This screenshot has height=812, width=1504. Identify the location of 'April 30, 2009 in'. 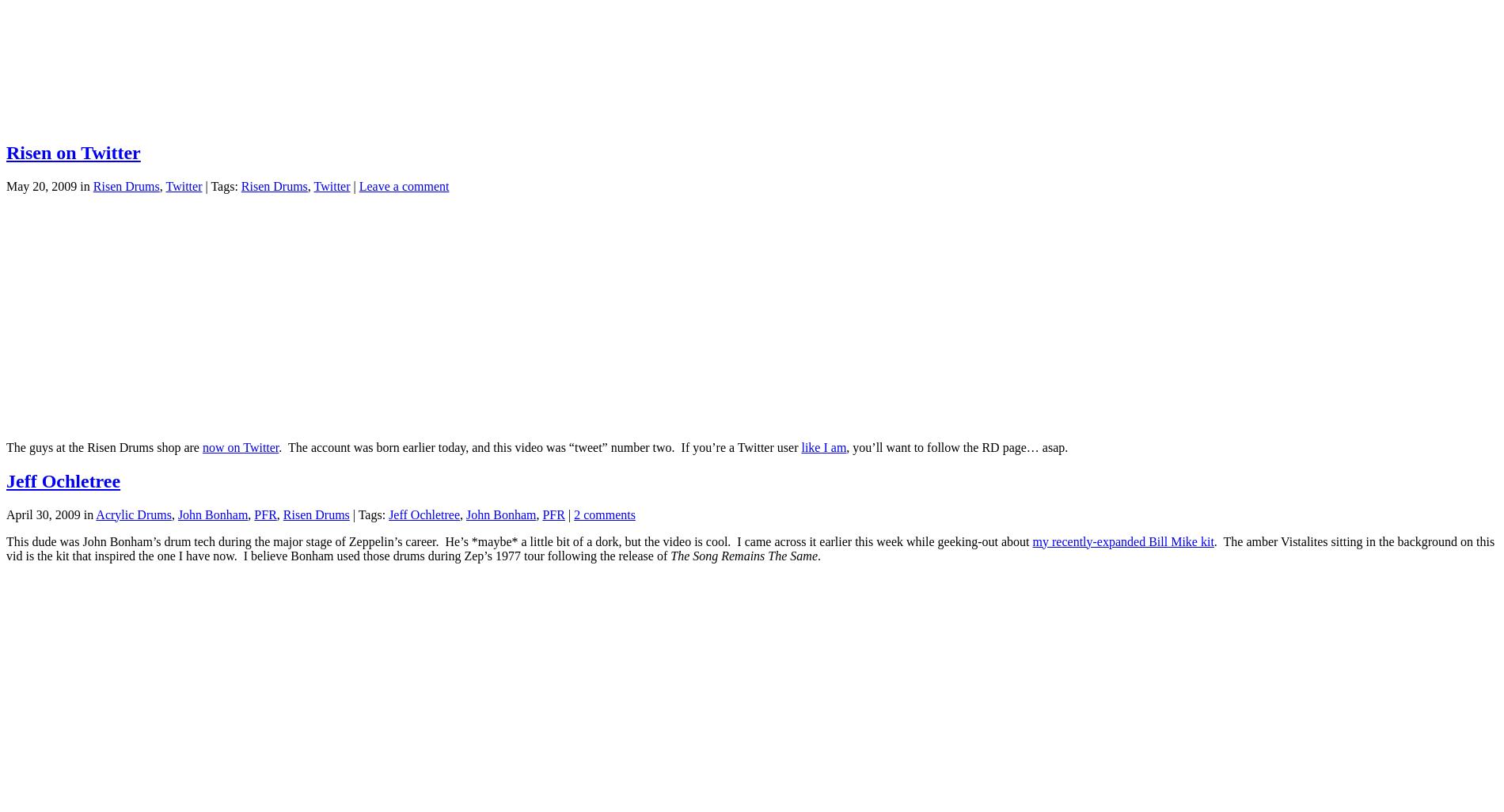
(6, 514).